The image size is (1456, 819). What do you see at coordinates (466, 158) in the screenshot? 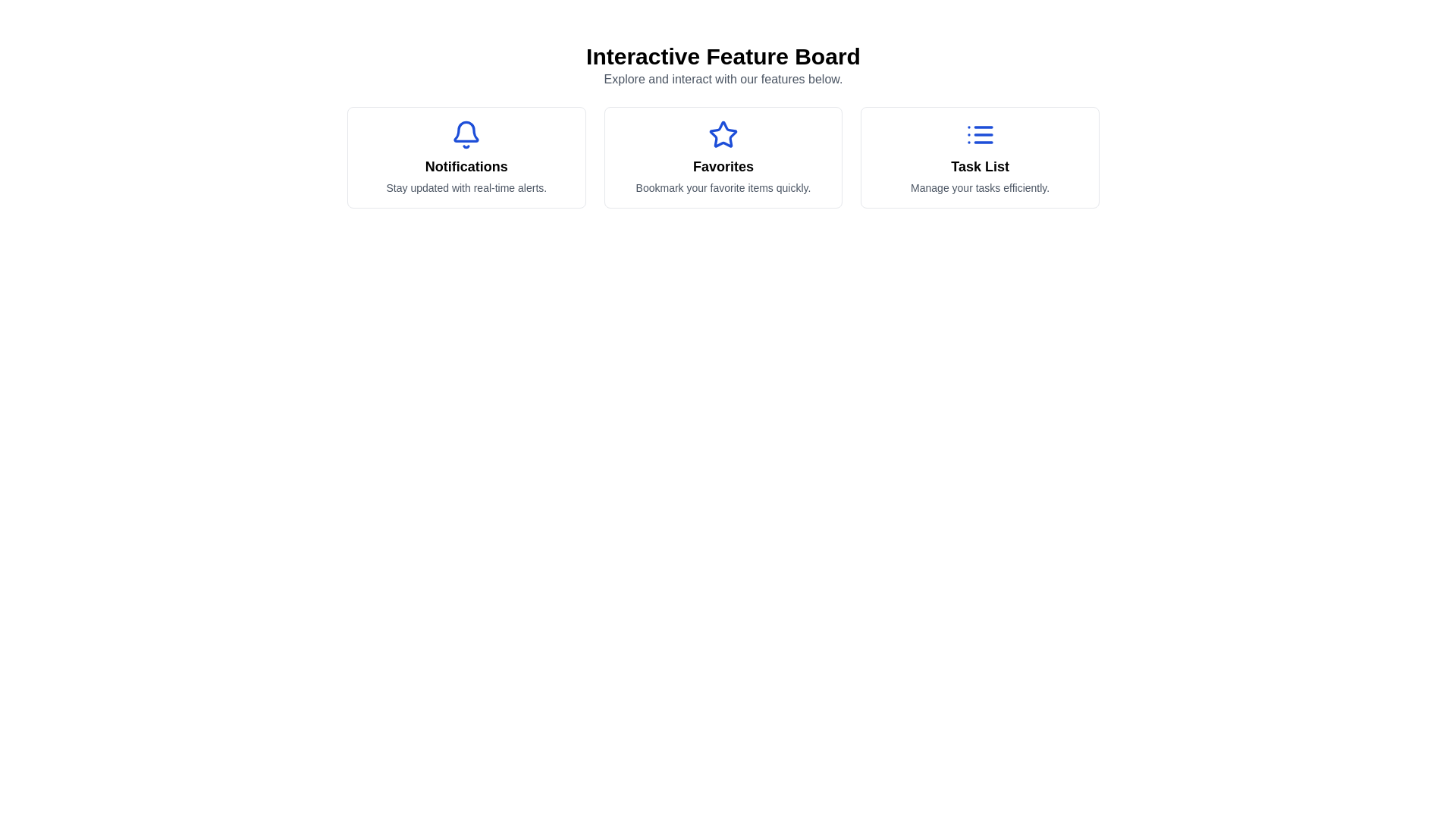
I see `the Feature card titled 'Notifications' which has a blue bell icon at the top and a white background with rounded corners` at bounding box center [466, 158].